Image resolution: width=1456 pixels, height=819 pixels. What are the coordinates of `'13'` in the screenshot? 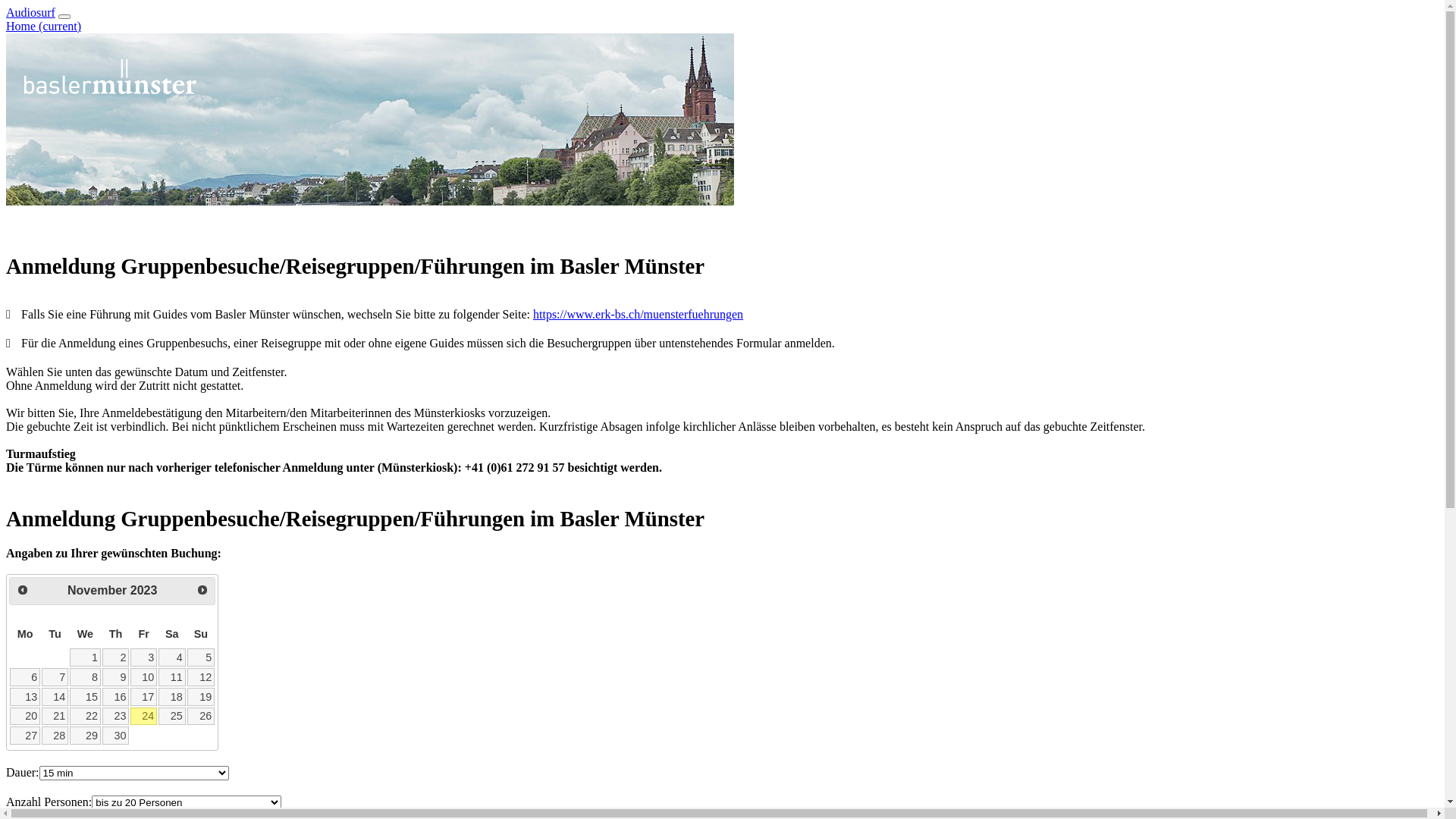 It's located at (25, 696).